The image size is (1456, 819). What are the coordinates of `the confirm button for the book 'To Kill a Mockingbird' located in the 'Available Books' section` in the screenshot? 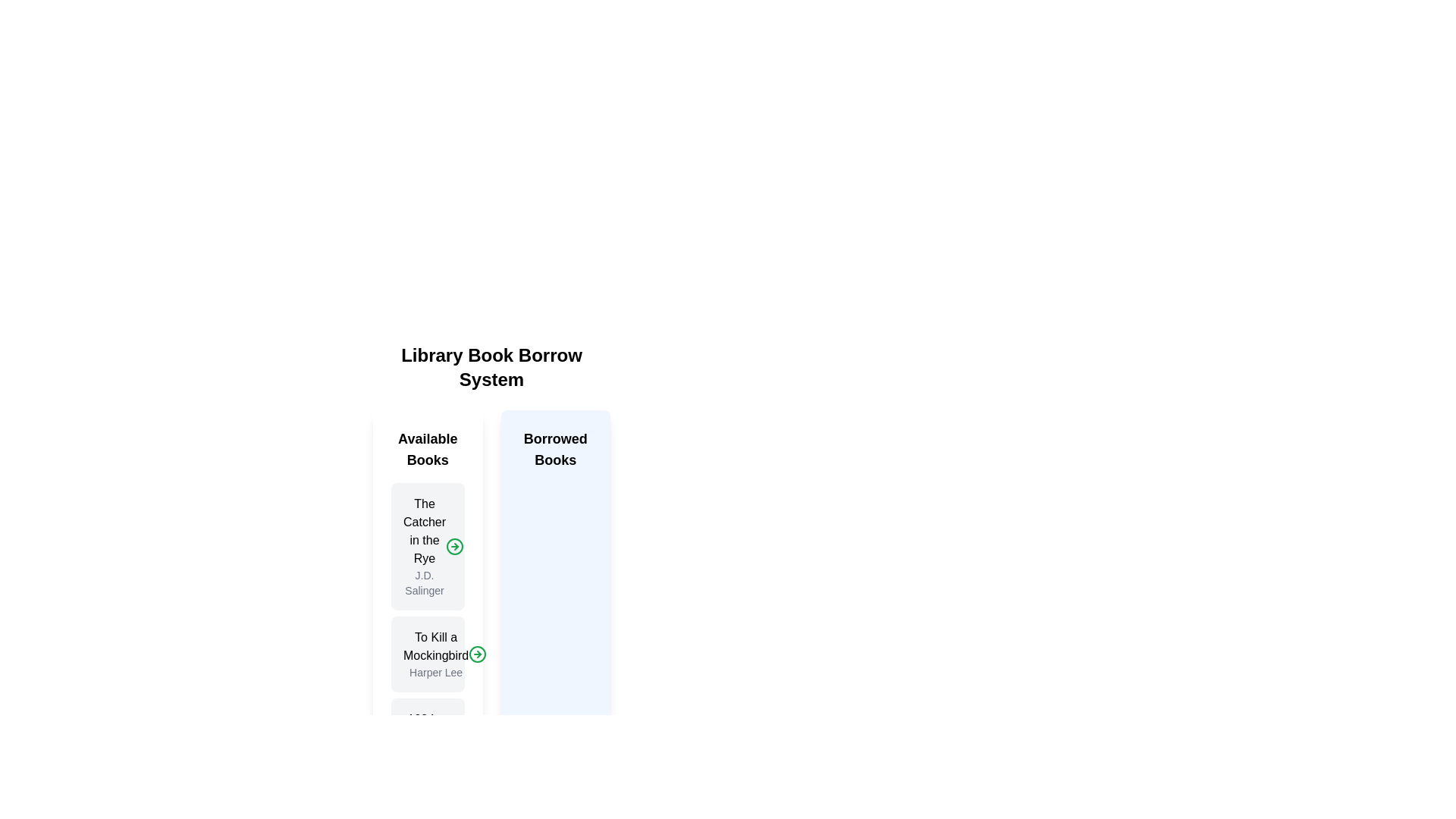 It's located at (477, 654).